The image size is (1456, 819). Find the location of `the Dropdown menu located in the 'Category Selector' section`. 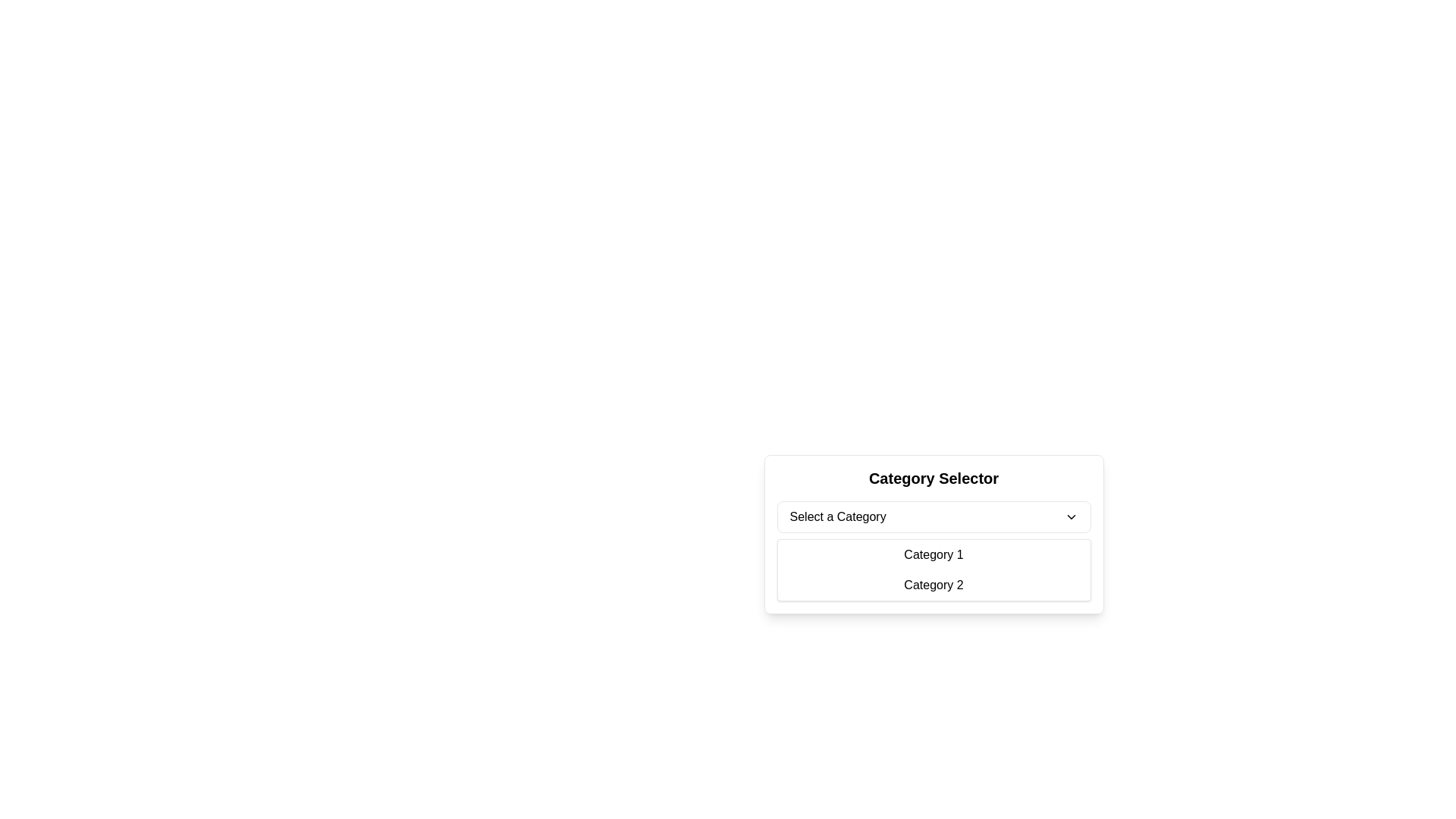

the Dropdown menu located in the 'Category Selector' section is located at coordinates (933, 516).